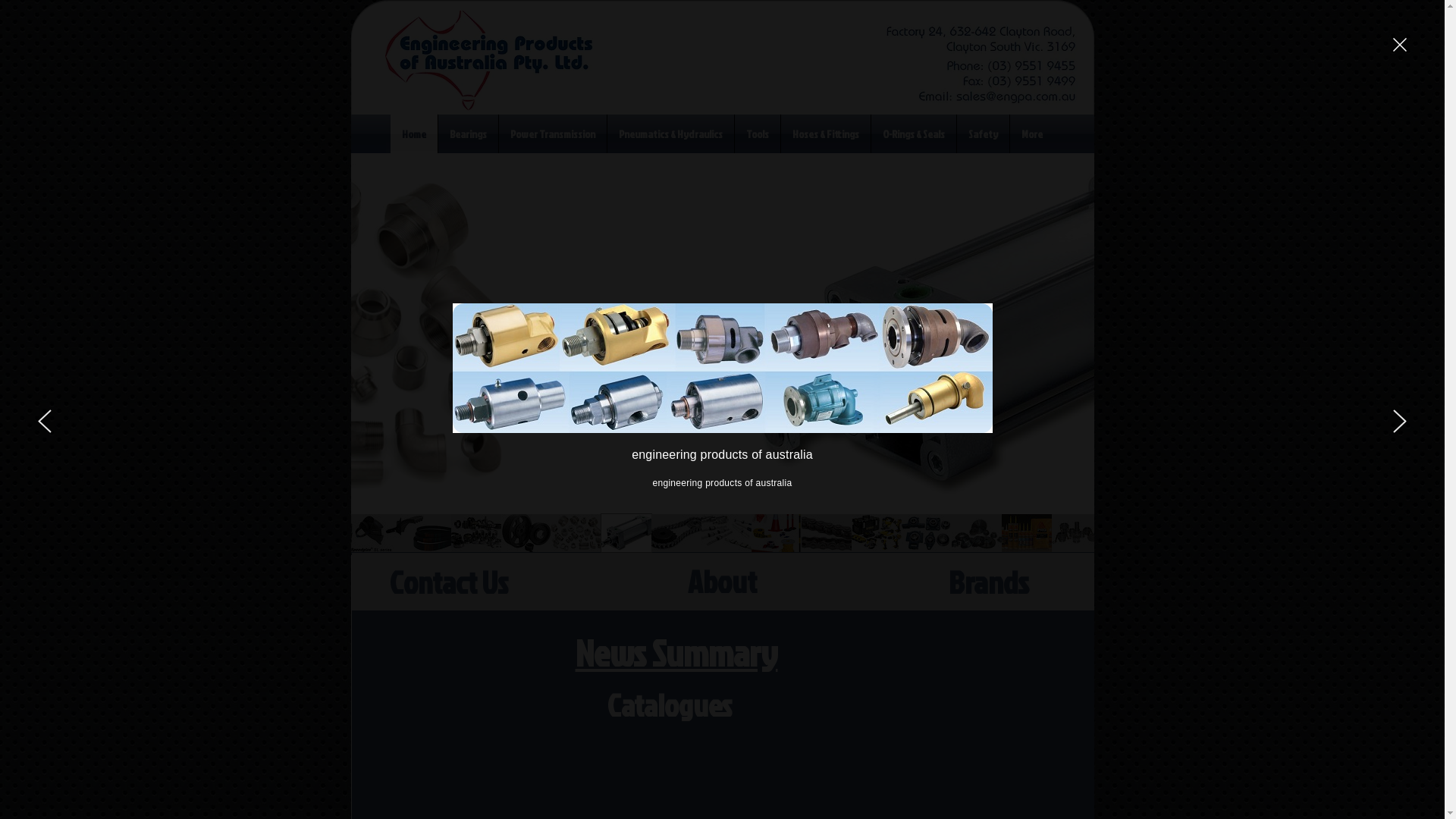 The image size is (1456, 819). I want to click on 'Home', so click(414, 132).